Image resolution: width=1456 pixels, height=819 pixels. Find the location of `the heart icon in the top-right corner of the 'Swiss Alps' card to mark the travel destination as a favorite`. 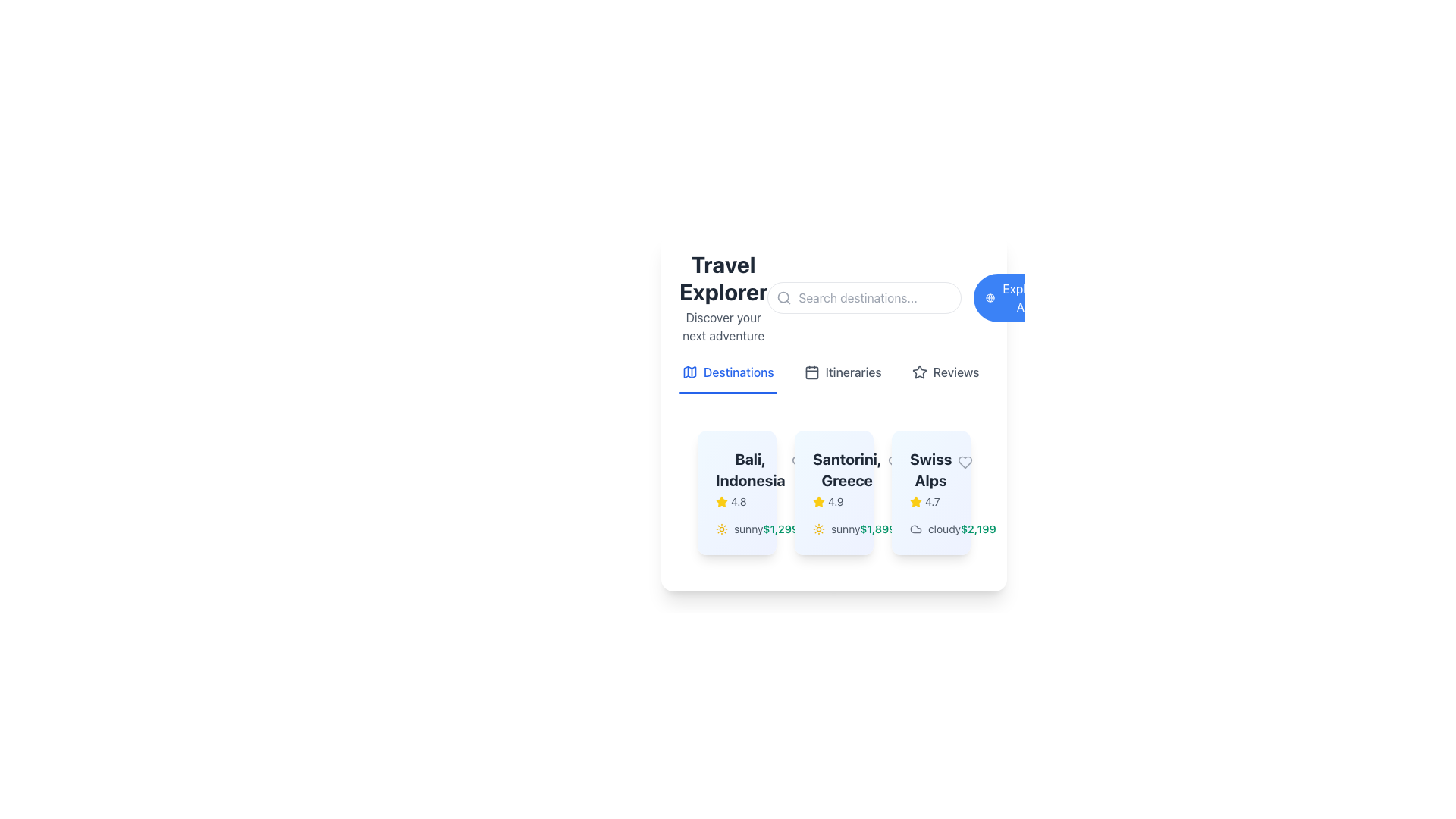

the heart icon in the top-right corner of the 'Swiss Alps' card to mark the travel destination as a favorite is located at coordinates (965, 461).